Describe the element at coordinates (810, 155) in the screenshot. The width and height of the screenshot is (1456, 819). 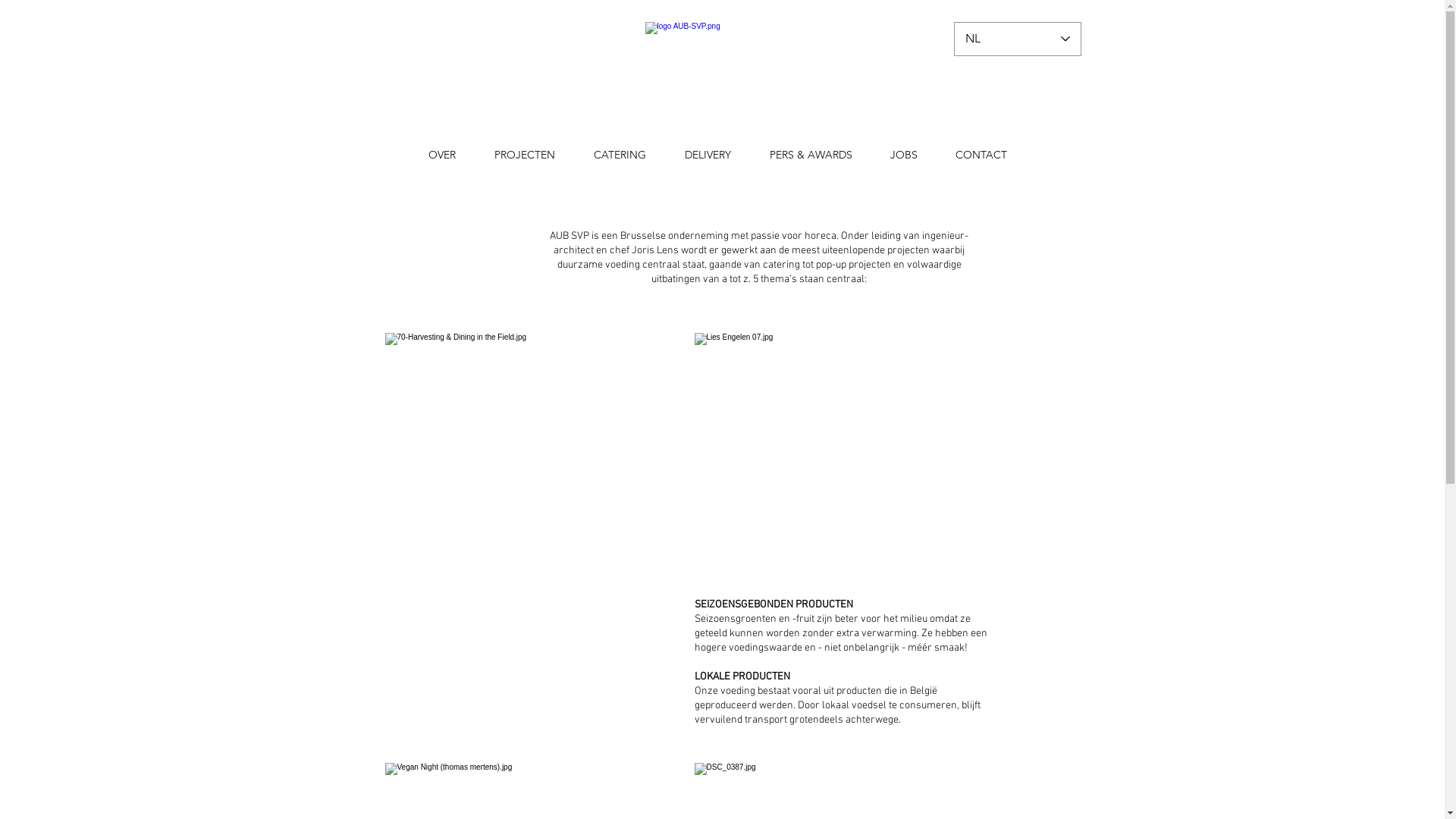
I see `'PERS & AWARDS'` at that location.